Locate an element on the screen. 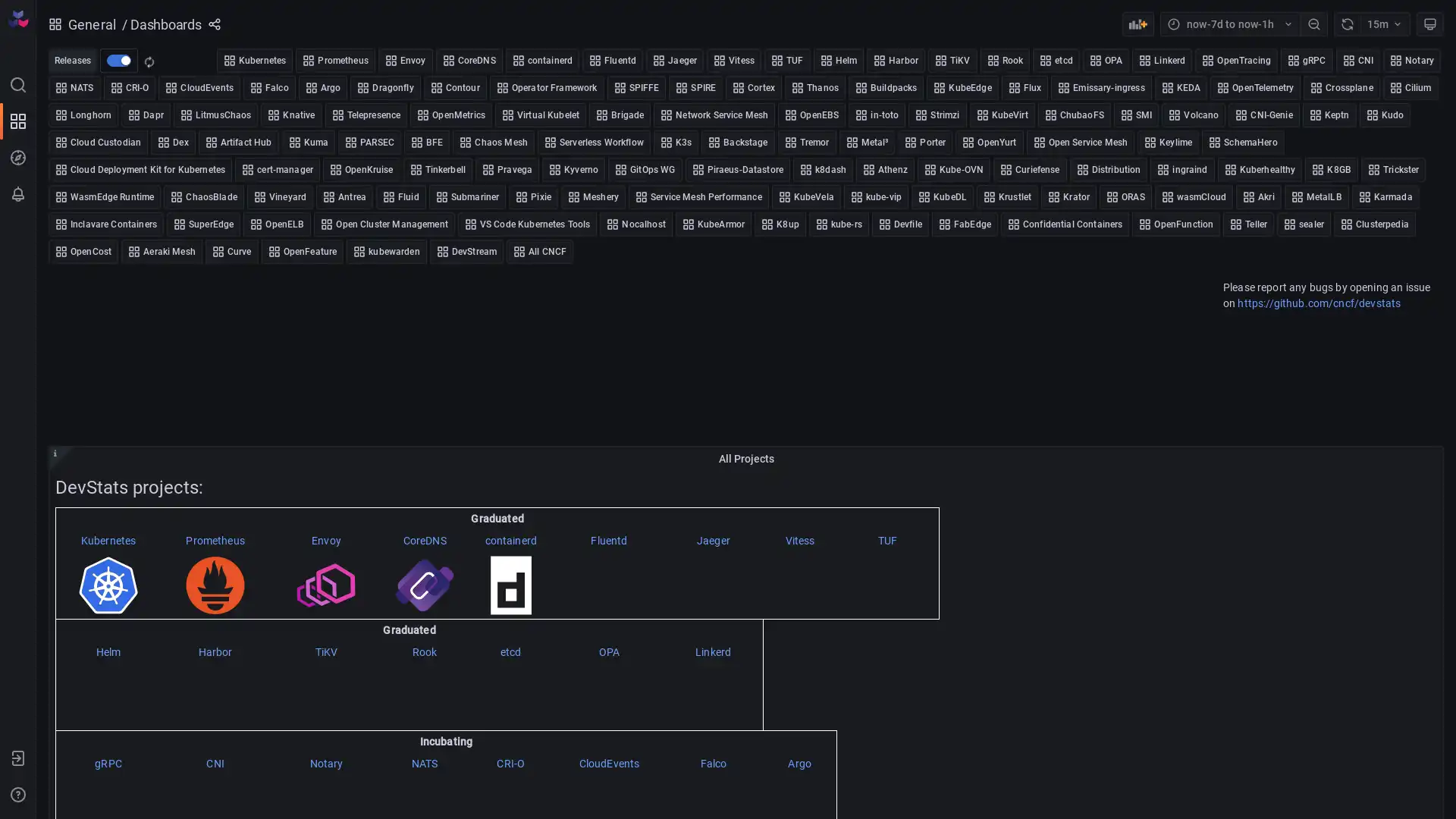  Time range picker with current time range now-7d to now-1h selected is located at coordinates (1230, 24).